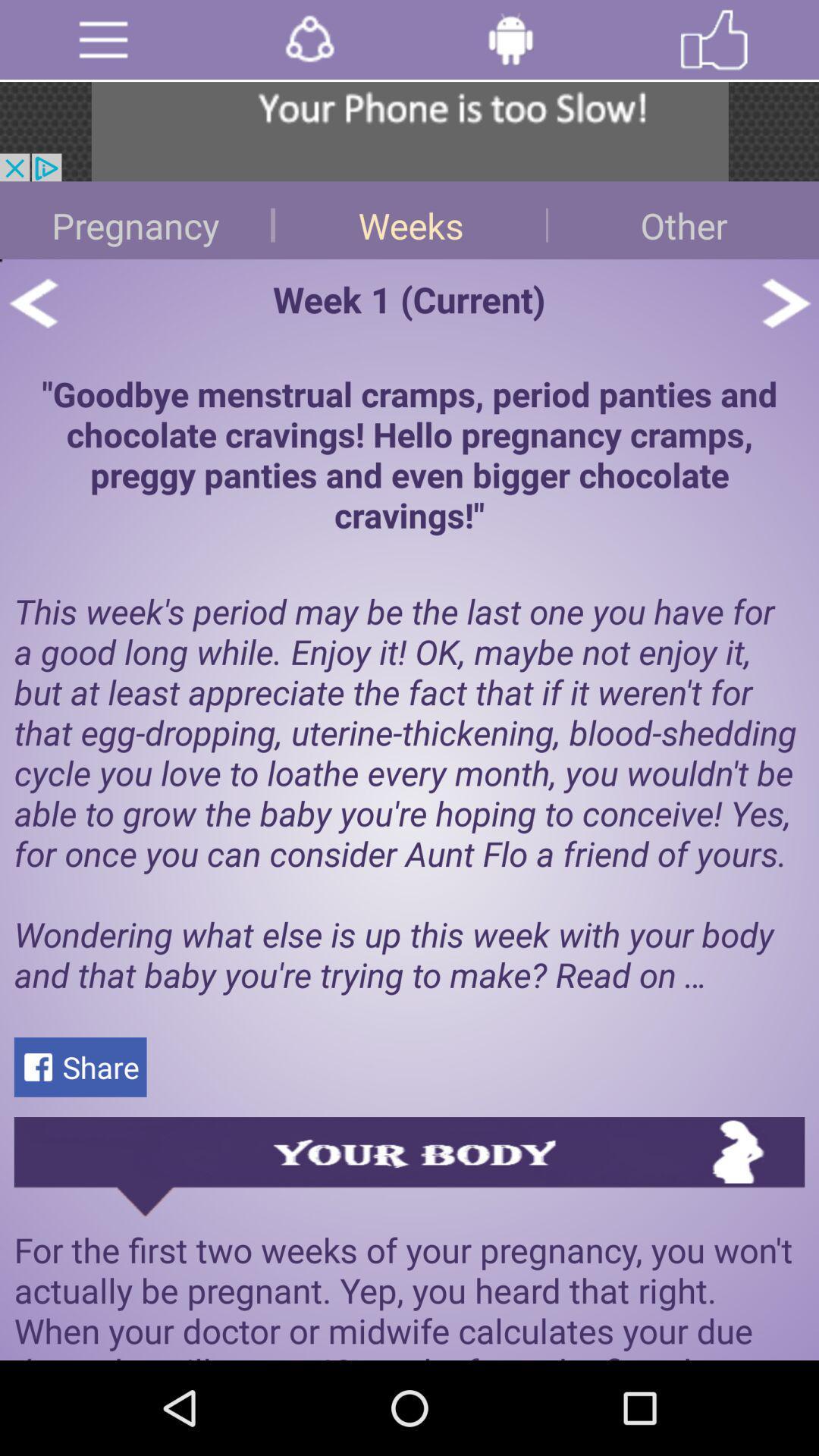 The image size is (819, 1456). What do you see at coordinates (409, 131) in the screenshot?
I see `advertisement` at bounding box center [409, 131].